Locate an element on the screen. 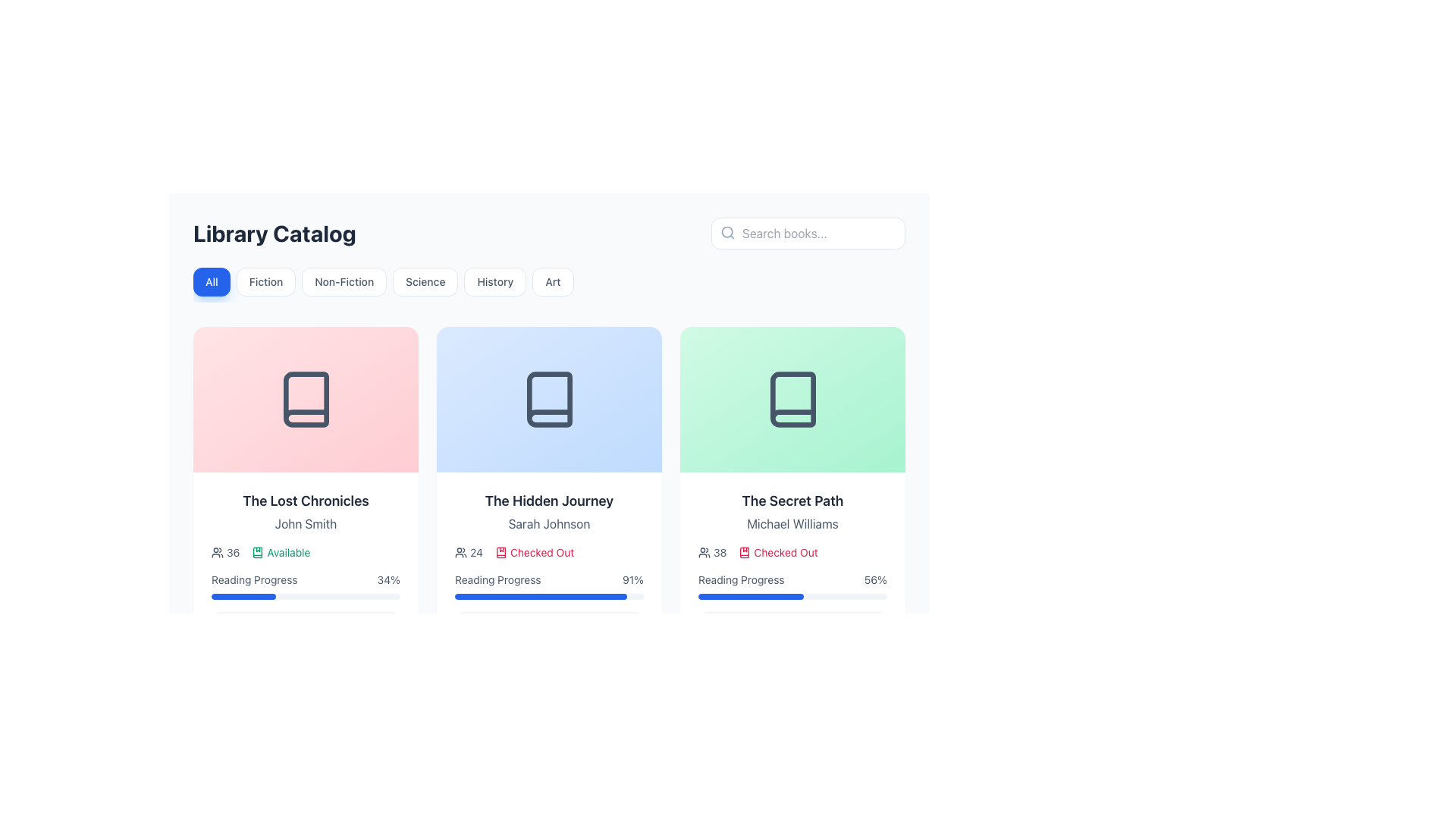 Image resolution: width=1456 pixels, height=819 pixels. the 'Science' button, which is a rectangular button with slightly rounded corners, white background, and dark grey text, to filter items by the Science category is located at coordinates (425, 281).